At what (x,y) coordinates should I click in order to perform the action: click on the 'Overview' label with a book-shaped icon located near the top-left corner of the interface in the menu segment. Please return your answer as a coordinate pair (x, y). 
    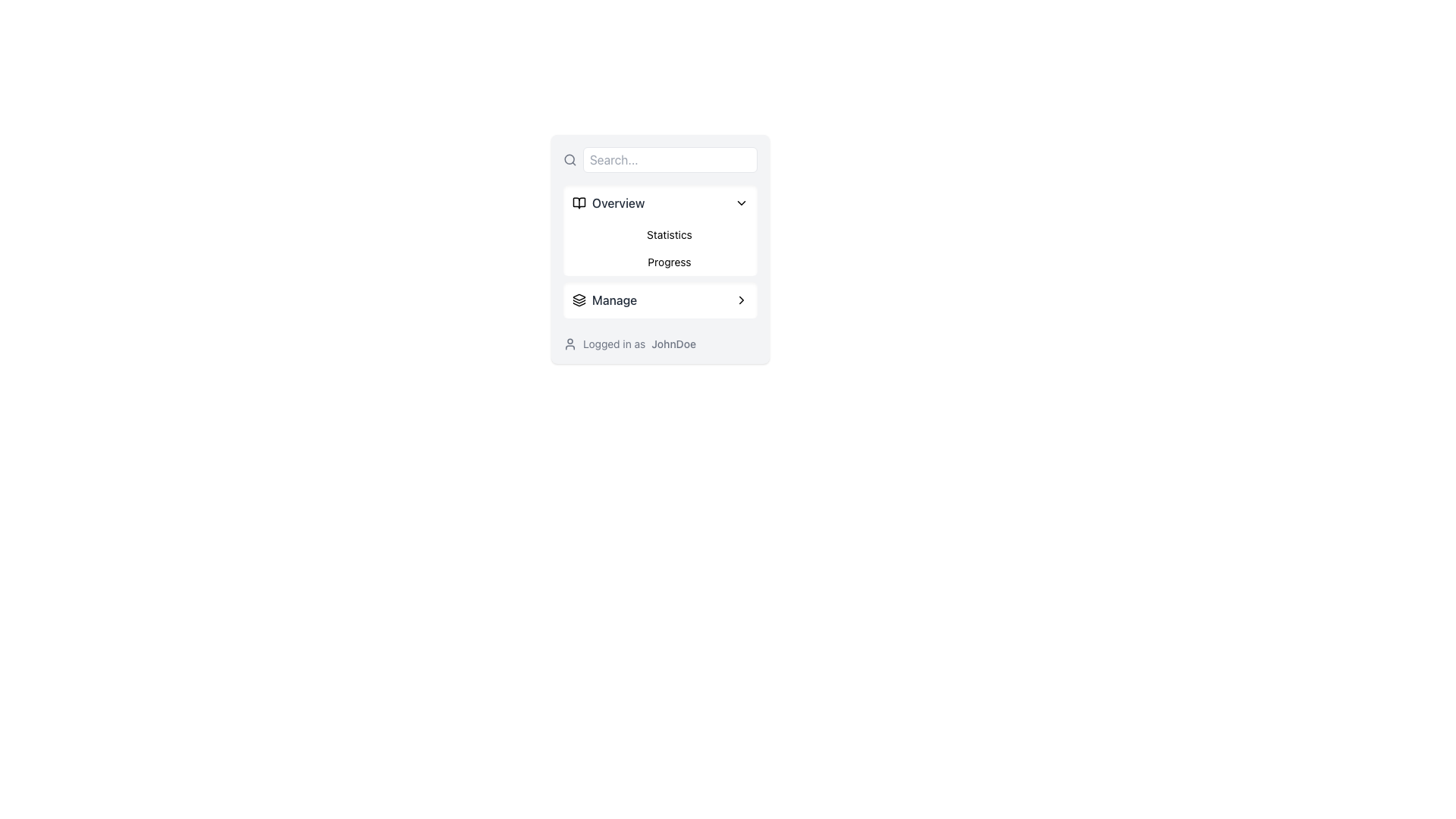
    Looking at the image, I should click on (608, 202).